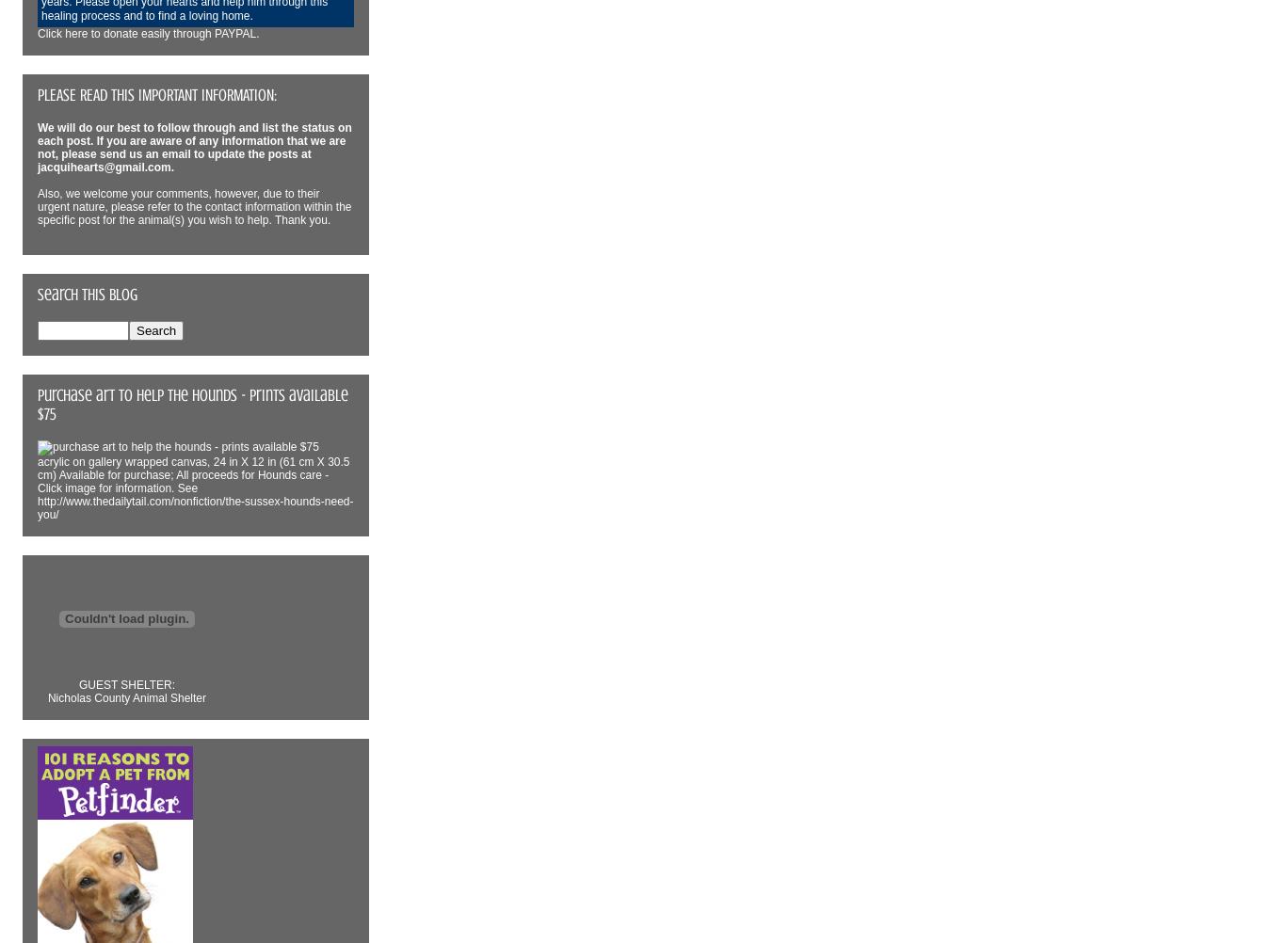  Describe the element at coordinates (37, 94) in the screenshot. I see `'PLEASE READ THIS IMPORTANT INFORMATION:'` at that location.